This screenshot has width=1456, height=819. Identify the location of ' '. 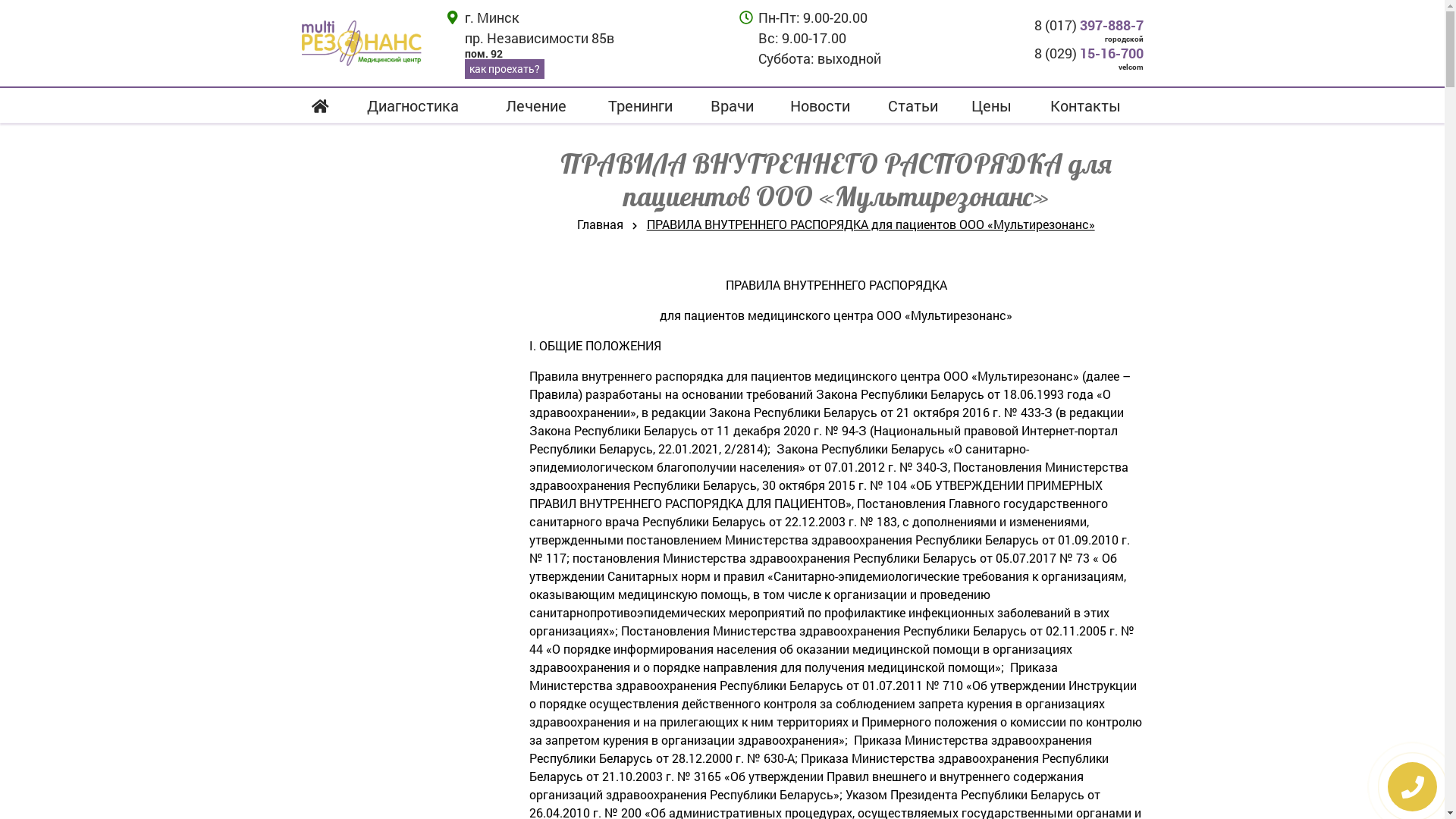
(362, 42).